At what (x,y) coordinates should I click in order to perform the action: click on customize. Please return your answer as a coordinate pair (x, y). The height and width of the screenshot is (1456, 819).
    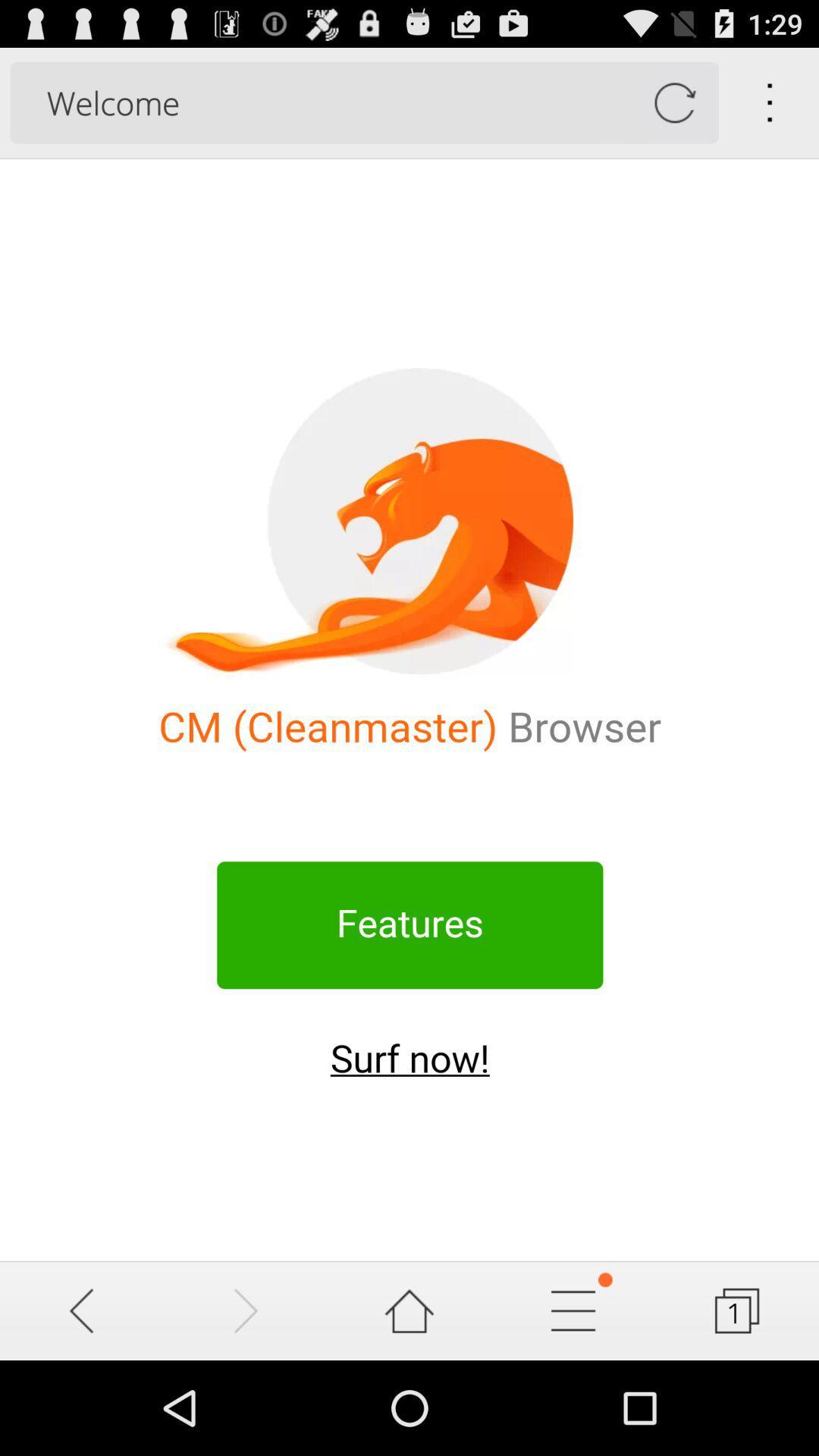
    Looking at the image, I should click on (573, 1310).